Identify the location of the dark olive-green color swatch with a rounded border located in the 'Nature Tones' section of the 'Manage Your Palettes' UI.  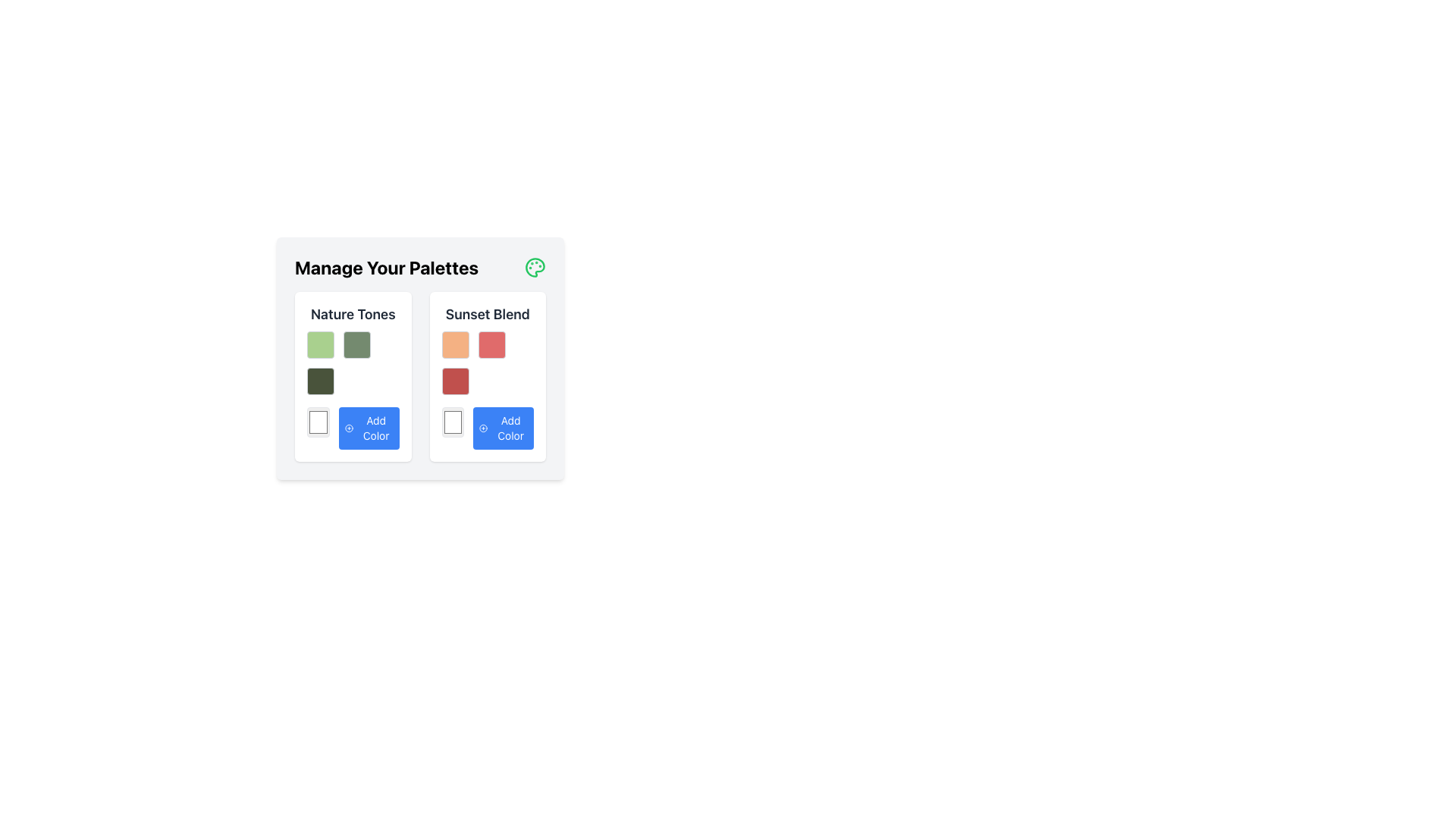
(319, 380).